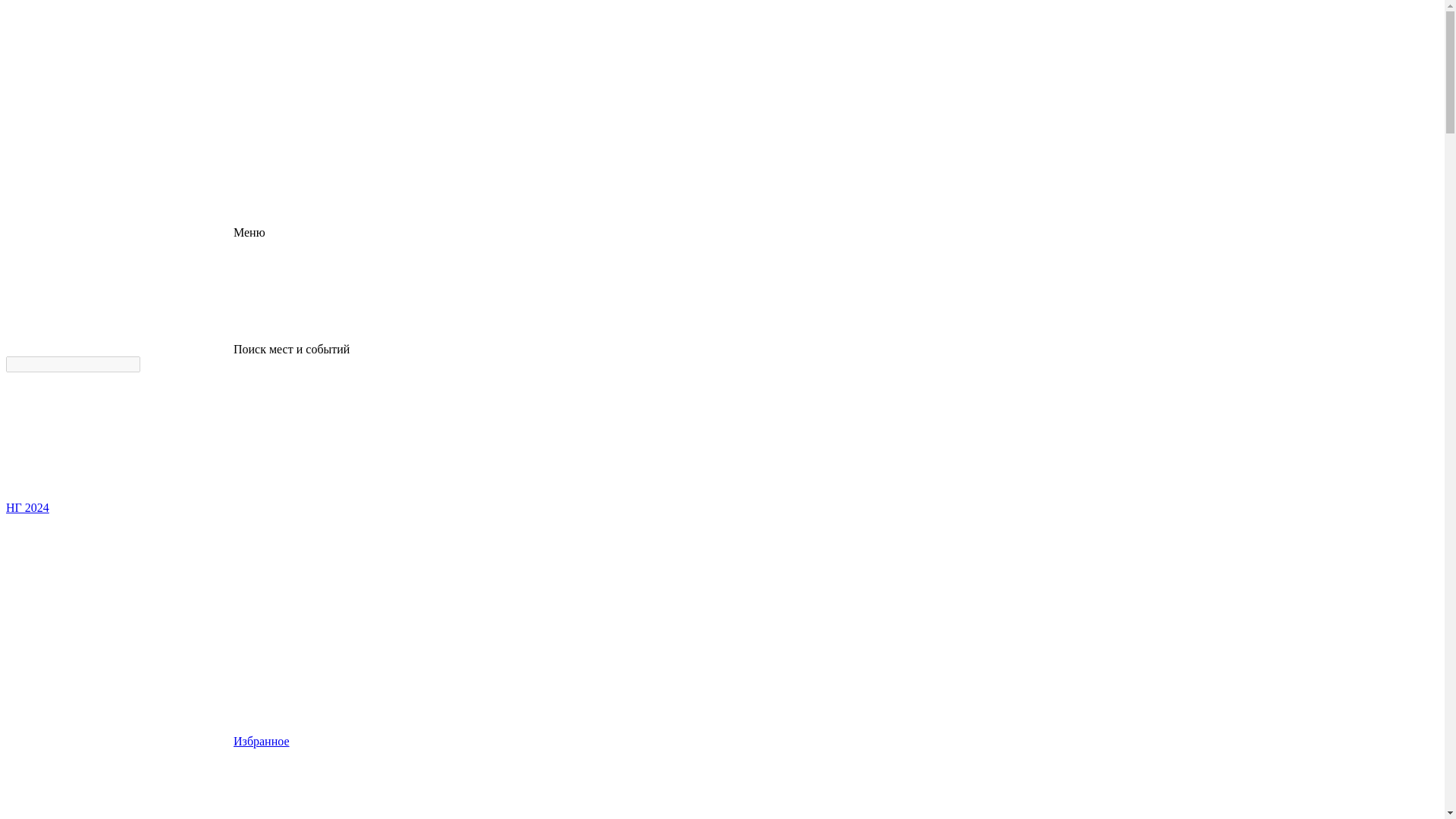 This screenshot has height=819, width=1456. I want to click on 'logo', so click(119, 115).